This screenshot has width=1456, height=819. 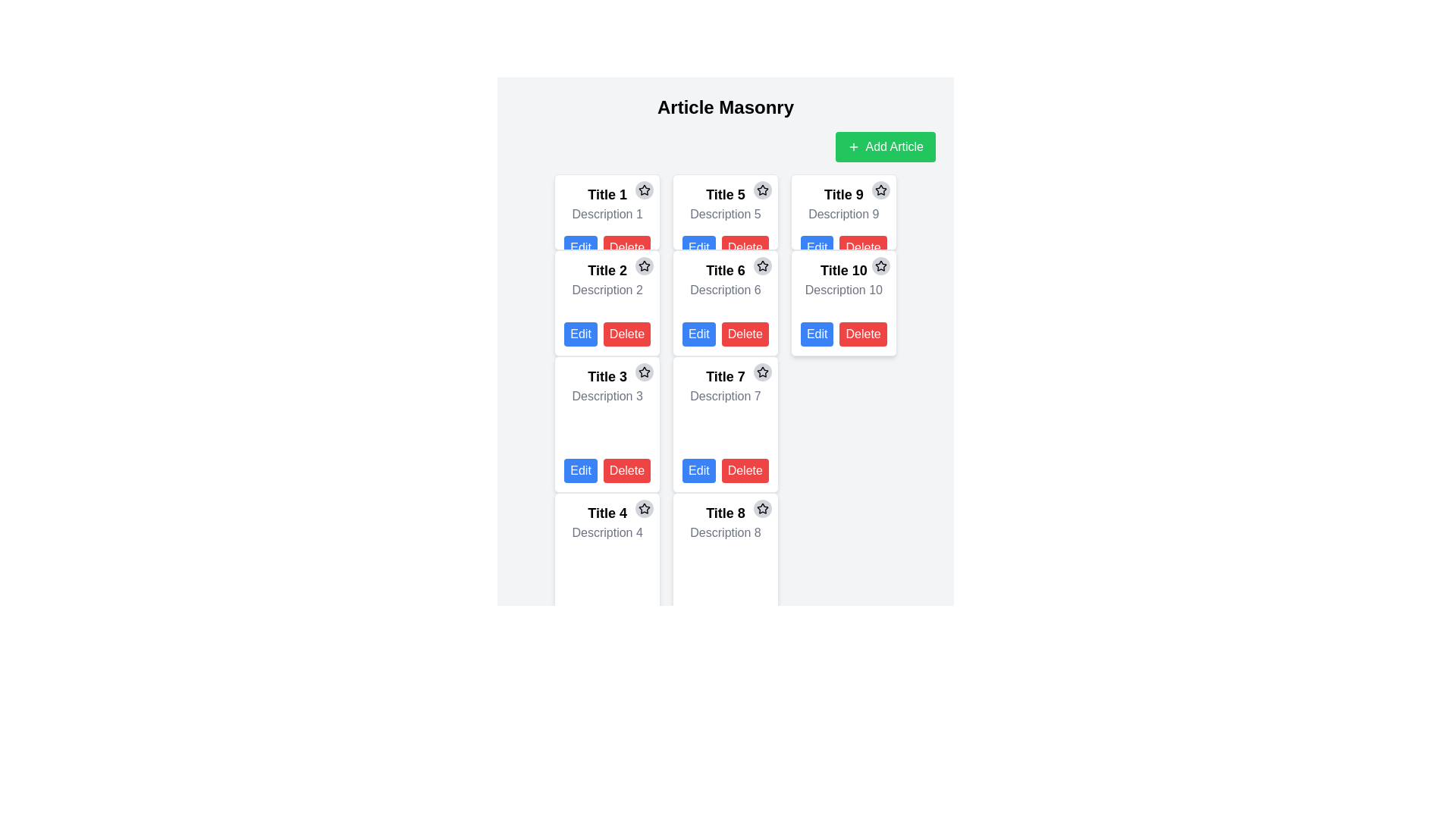 I want to click on the button, so click(x=645, y=265).